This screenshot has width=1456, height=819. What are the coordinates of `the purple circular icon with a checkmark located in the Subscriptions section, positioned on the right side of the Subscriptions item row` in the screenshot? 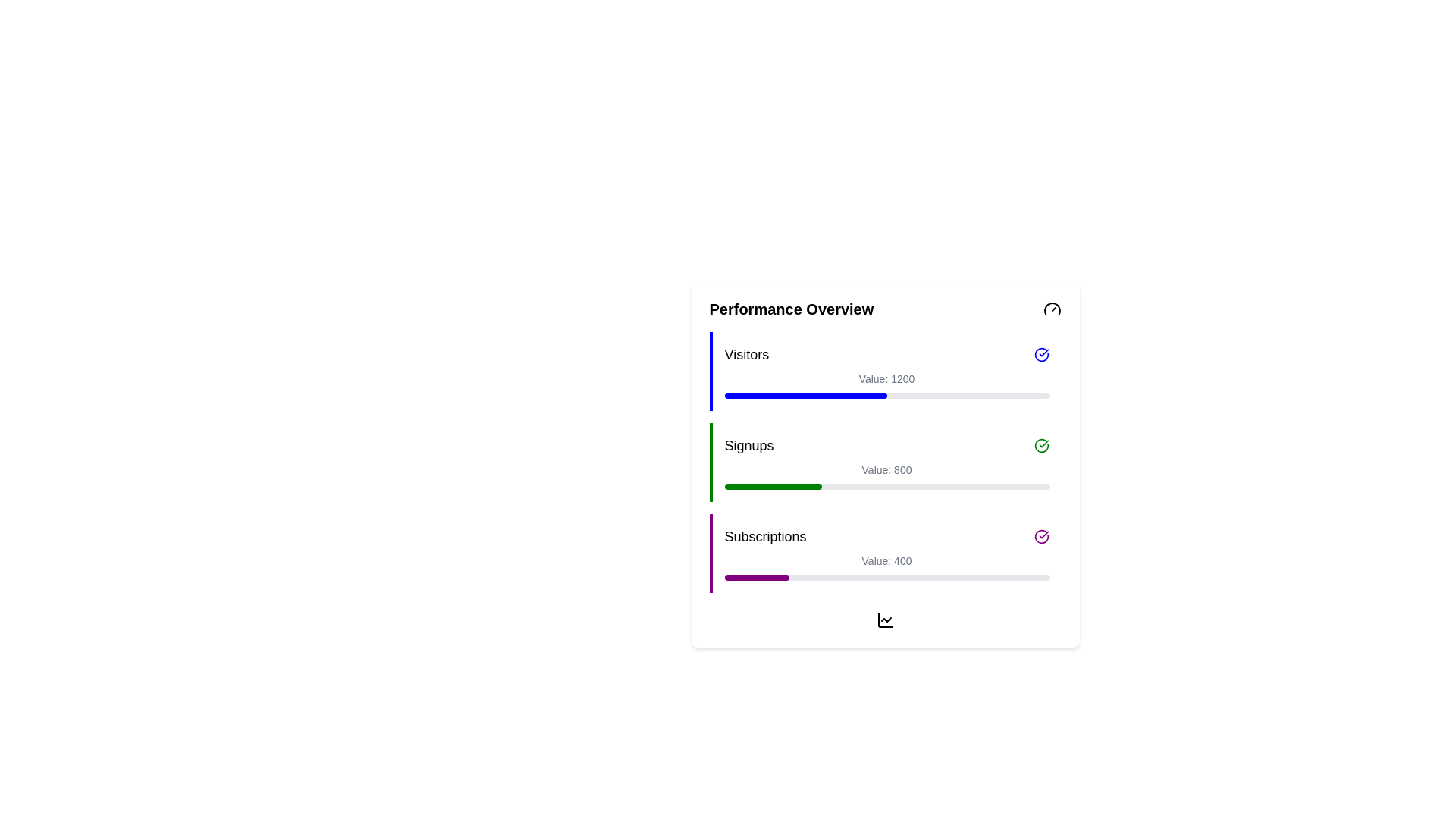 It's located at (1040, 536).